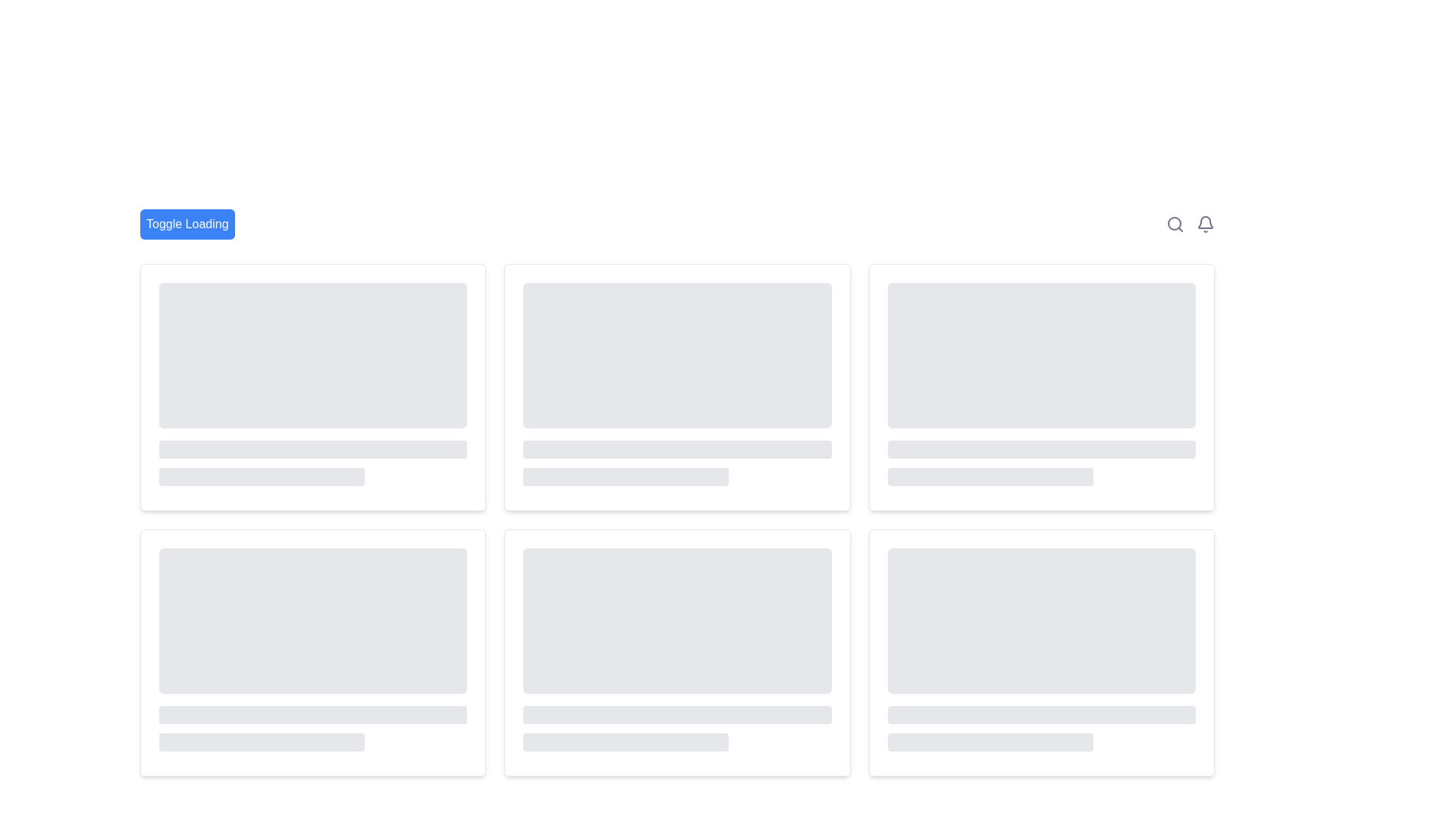 This screenshot has height=819, width=1456. What do you see at coordinates (1040, 356) in the screenshot?
I see `the Placeholder block element, which is a rectangular box with a light gray background and rounded corners, located at the top of a vertical stack of similar elements in the rightmost column of a grid layout` at bounding box center [1040, 356].